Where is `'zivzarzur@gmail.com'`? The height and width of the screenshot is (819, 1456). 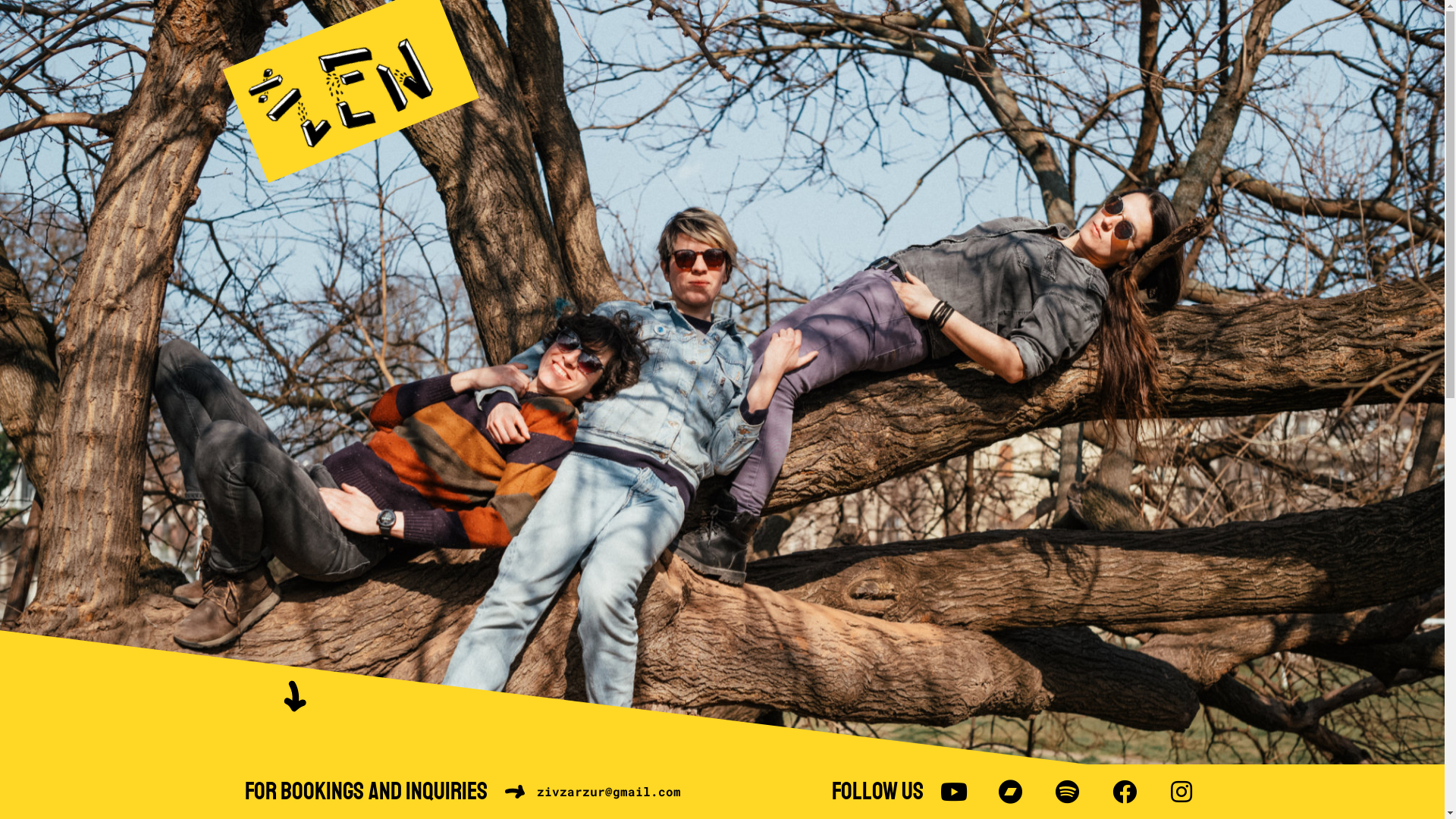
'zivzarzur@gmail.com' is located at coordinates (590, 791).